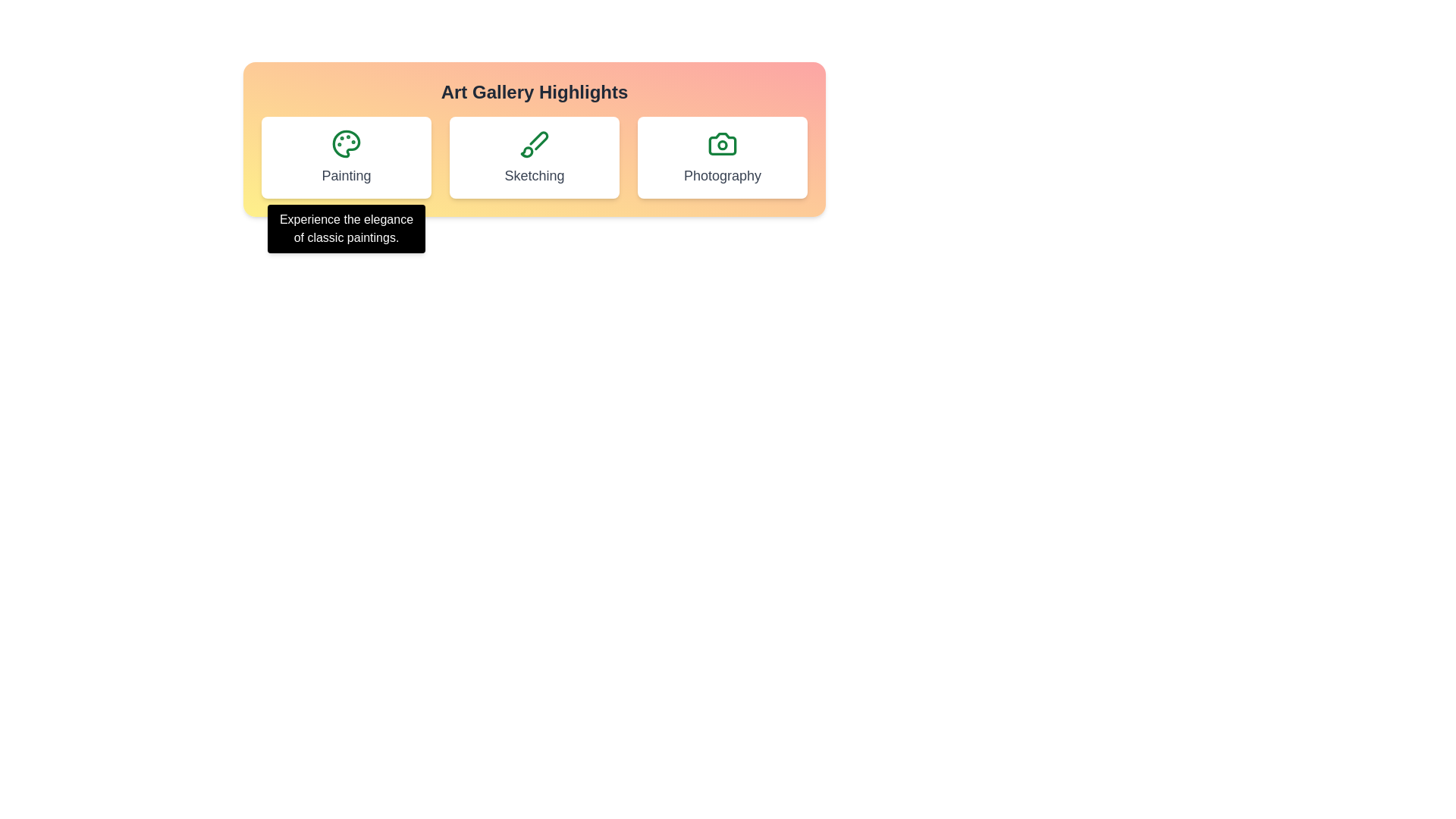 The image size is (1456, 819). Describe the element at coordinates (722, 158) in the screenshot. I see `the 'Photography' clickable card` at that location.